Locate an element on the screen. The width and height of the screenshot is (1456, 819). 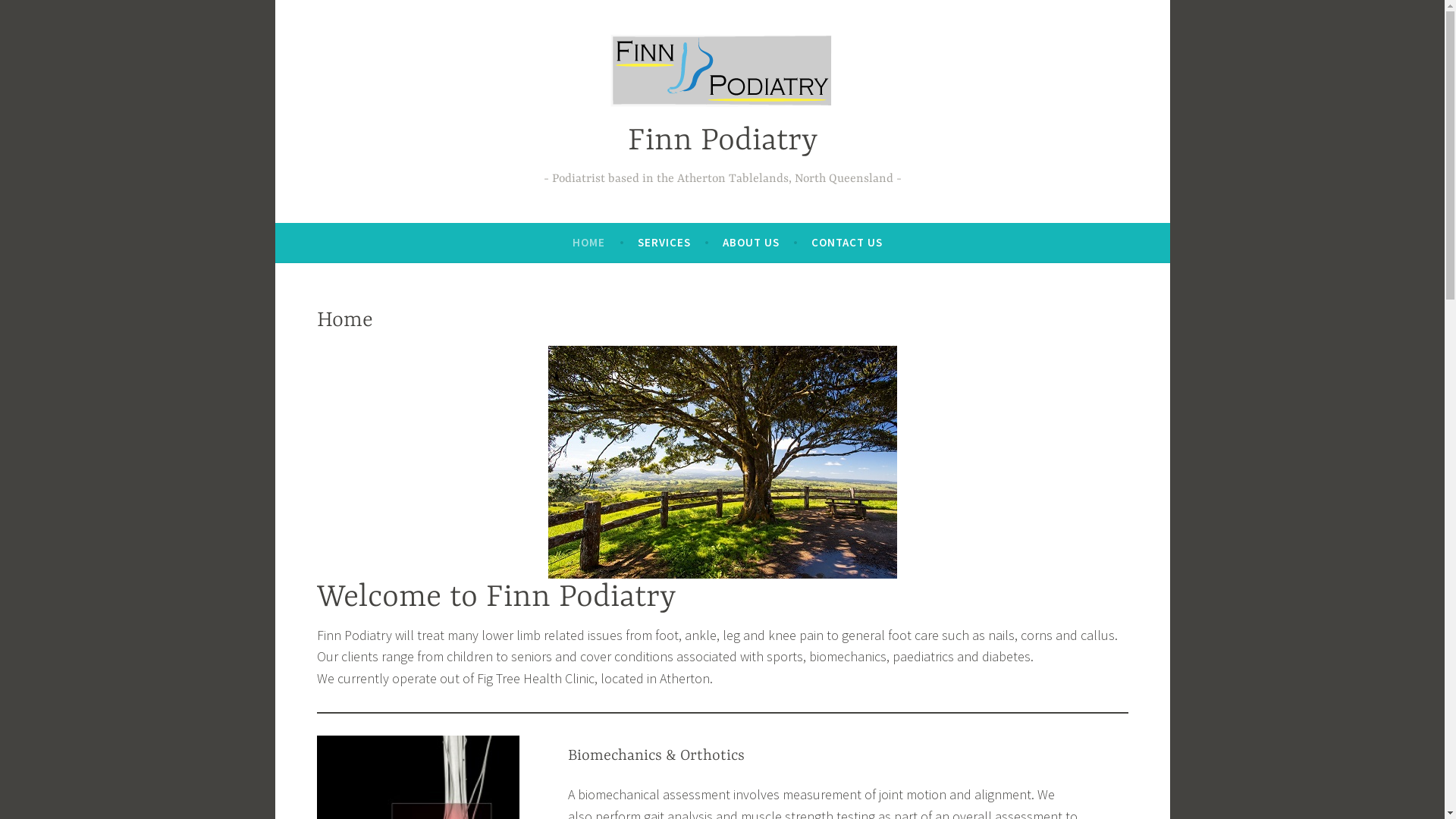
'HOME' is located at coordinates (588, 242).